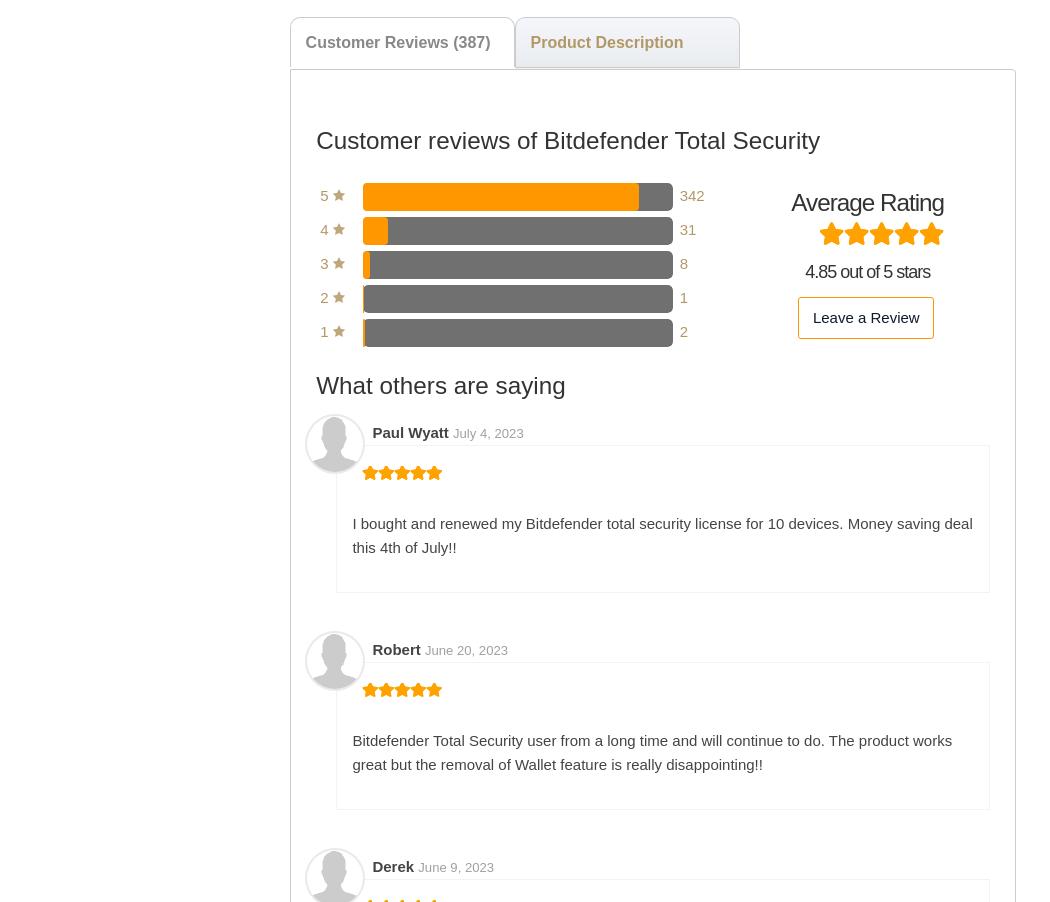  What do you see at coordinates (395, 866) in the screenshot?
I see `'Derek'` at bounding box center [395, 866].